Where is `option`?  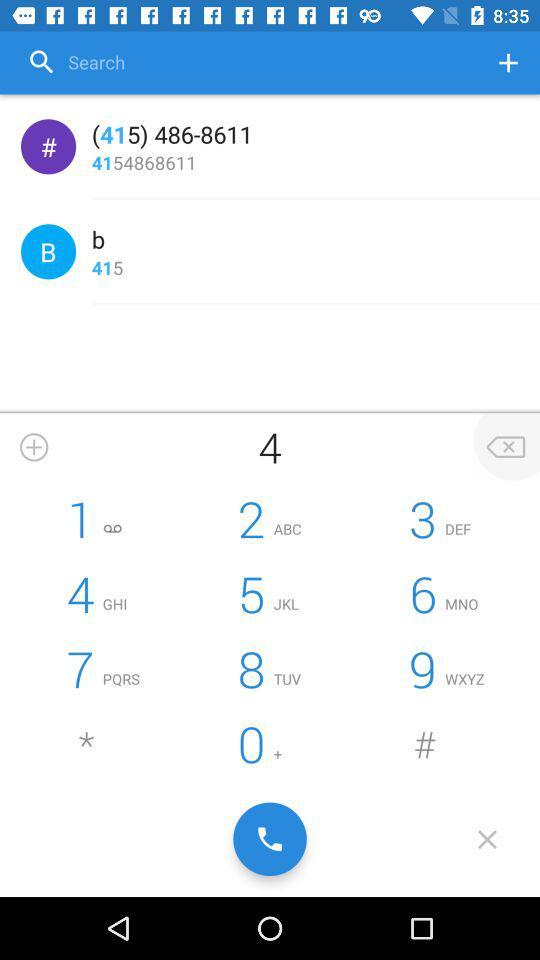
option is located at coordinates (248, 62).